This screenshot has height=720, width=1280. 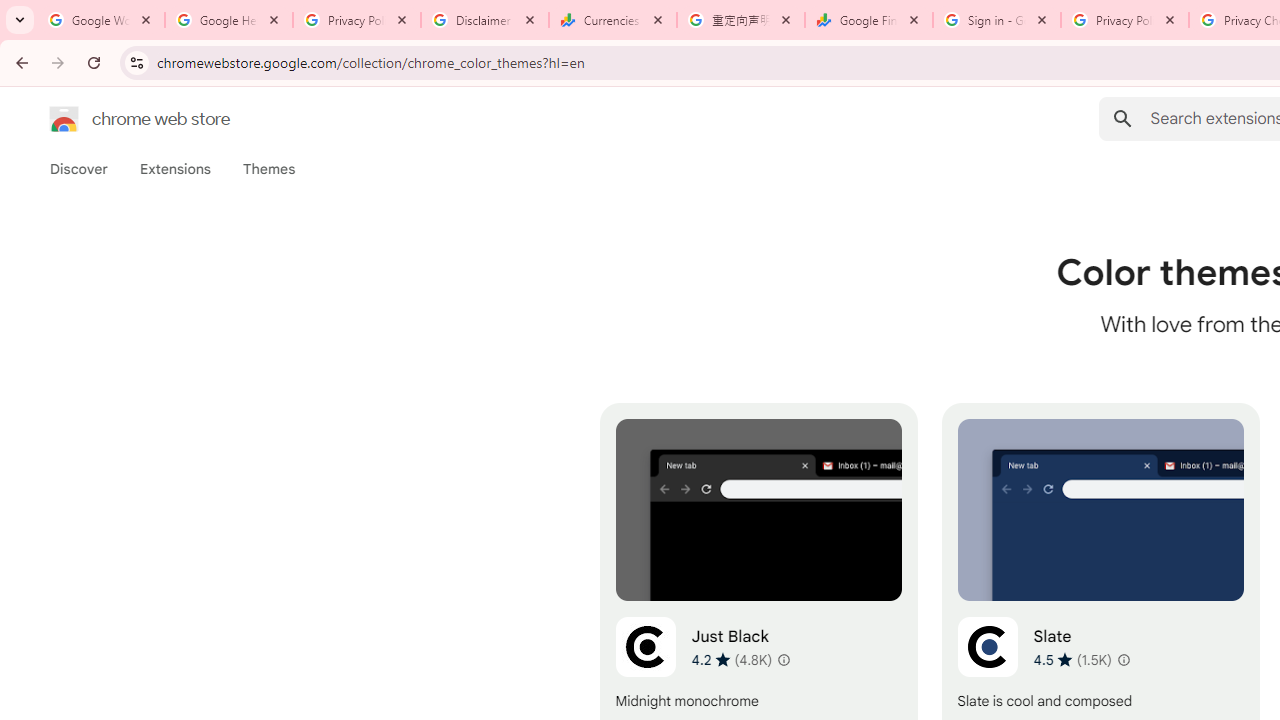 What do you see at coordinates (782, 659) in the screenshot?
I see `'Learn more about results and reviews "Just Black"'` at bounding box center [782, 659].